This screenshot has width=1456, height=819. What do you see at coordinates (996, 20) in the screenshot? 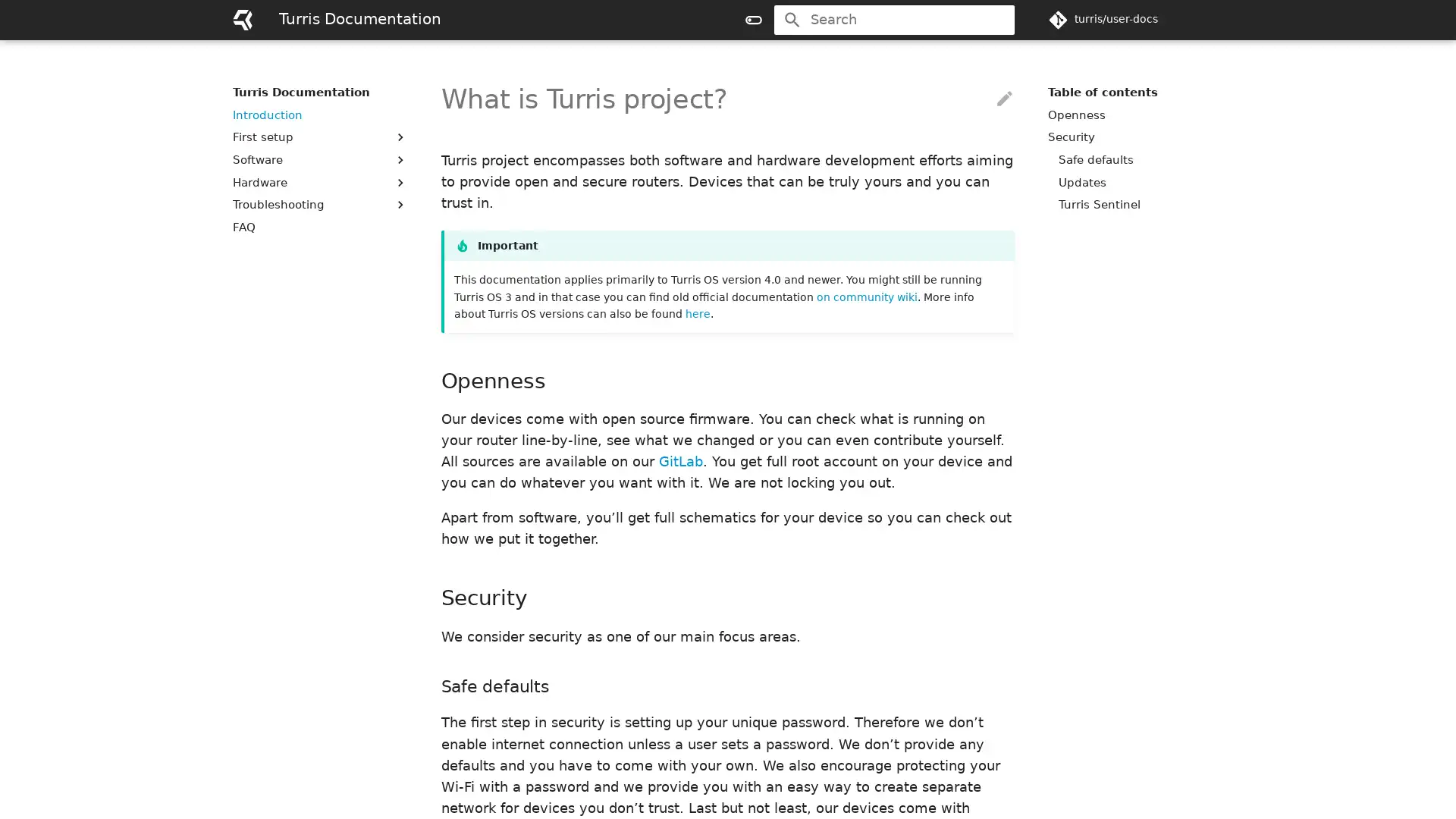
I see `Clear` at bounding box center [996, 20].